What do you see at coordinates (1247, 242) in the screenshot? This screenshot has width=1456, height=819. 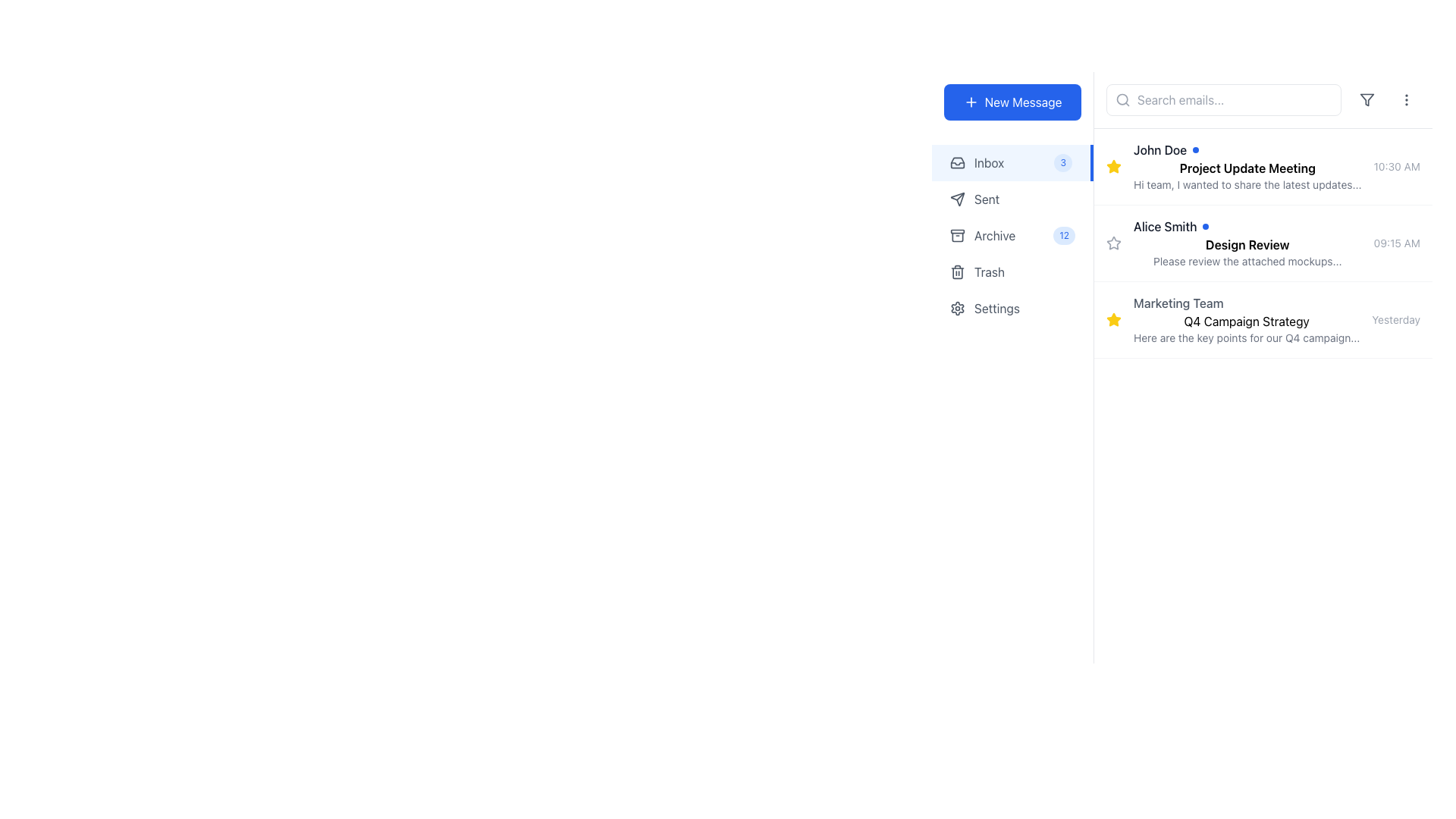 I see `the email preview section located in the right panel, specifically the second item in the email list` at bounding box center [1247, 242].